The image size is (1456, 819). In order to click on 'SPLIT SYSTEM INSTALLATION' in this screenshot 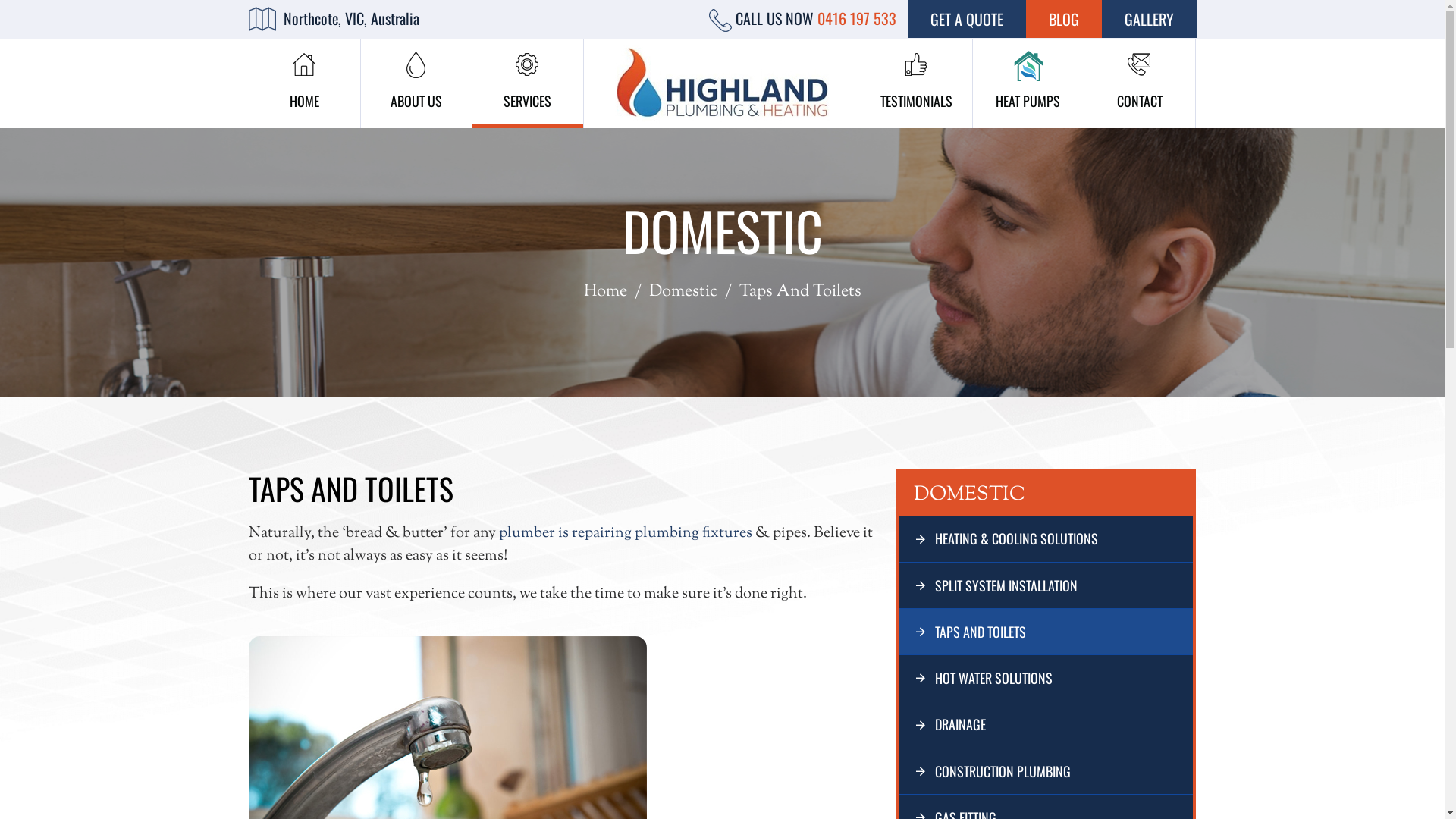, I will do `click(1045, 584)`.